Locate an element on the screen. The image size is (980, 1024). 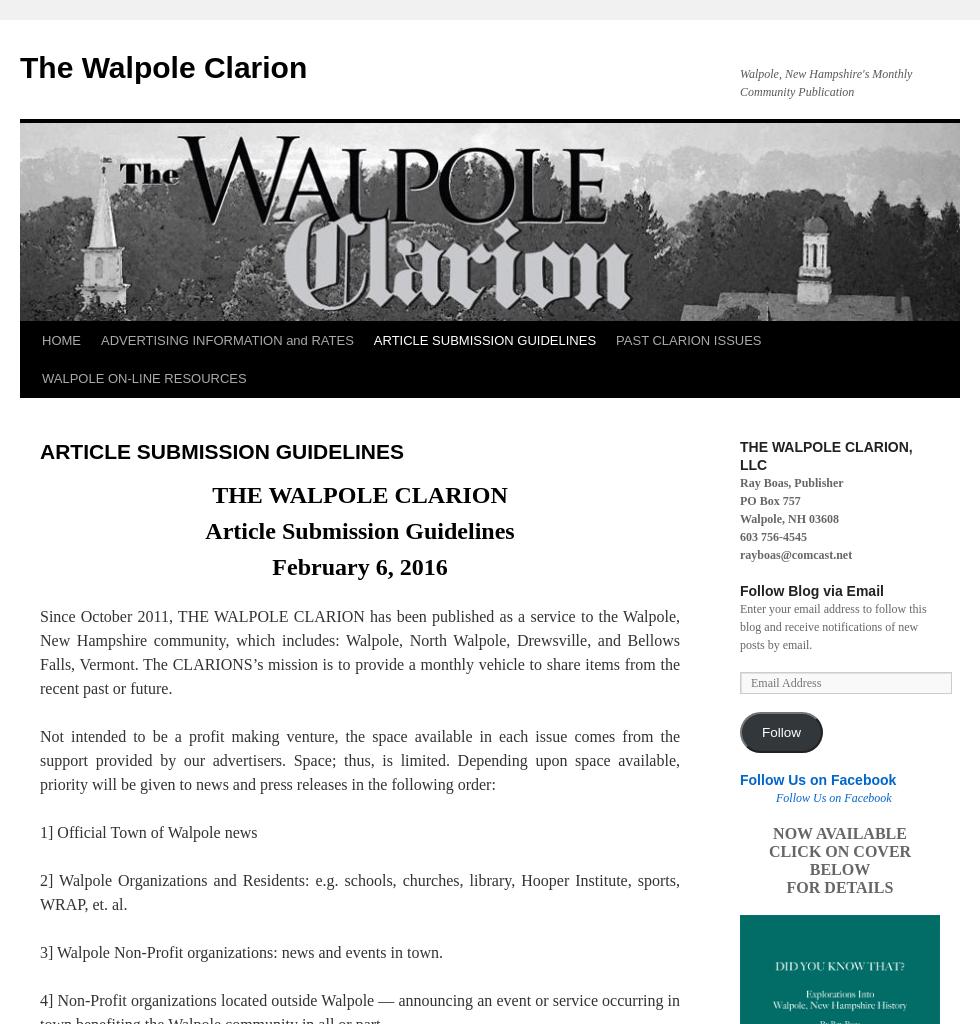
'Ray Boas, Publisher' is located at coordinates (791, 482).